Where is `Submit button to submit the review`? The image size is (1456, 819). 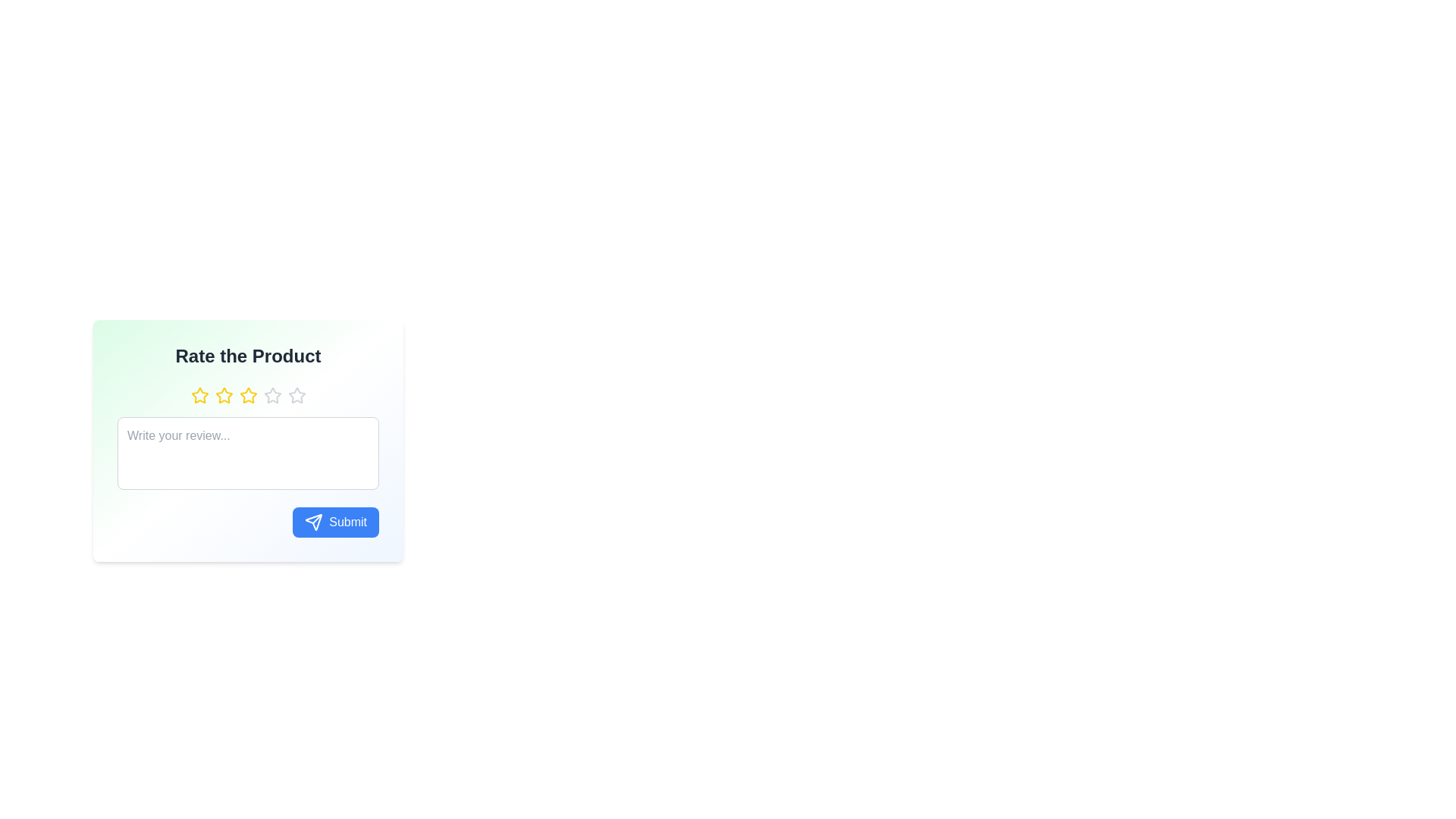 Submit button to submit the review is located at coordinates (334, 522).